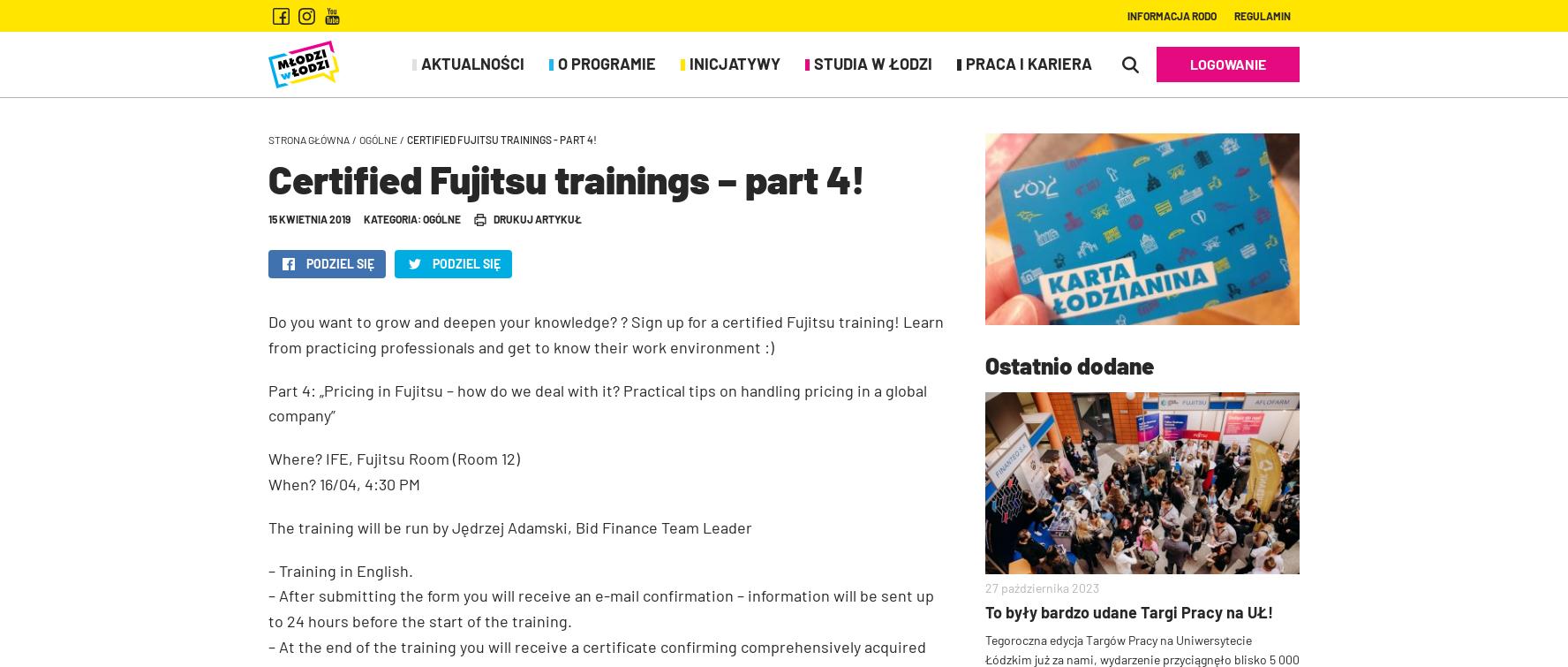 The width and height of the screenshot is (1568, 667). What do you see at coordinates (985, 587) in the screenshot?
I see `'27 października 2023'` at bounding box center [985, 587].